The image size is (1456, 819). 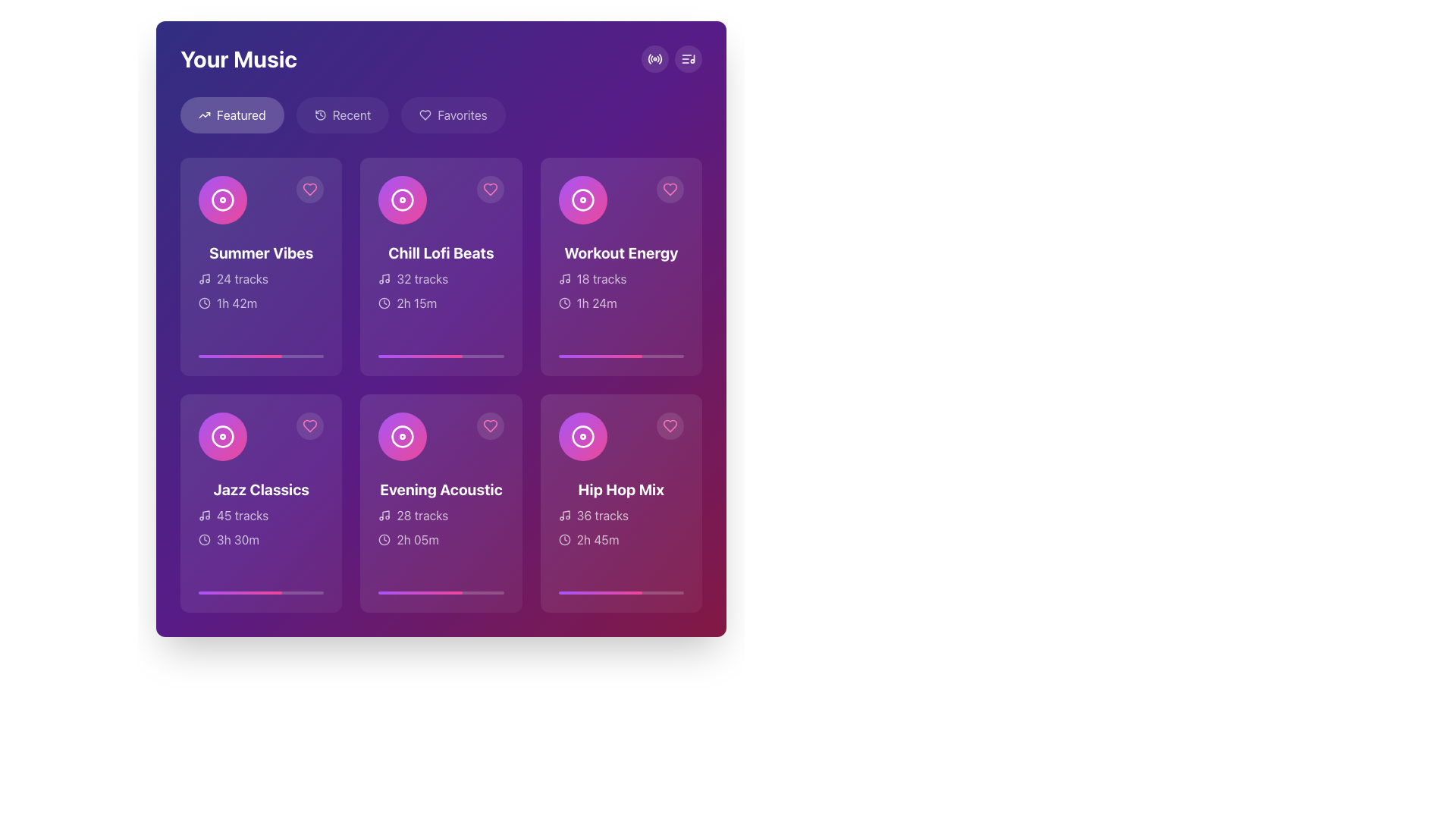 What do you see at coordinates (422, 278) in the screenshot?
I see `the Text Display indicating the number of tracks available in the 'Chill Lofi Beats' playlist, located beneath the card title and icon in the second column of the first row` at bounding box center [422, 278].